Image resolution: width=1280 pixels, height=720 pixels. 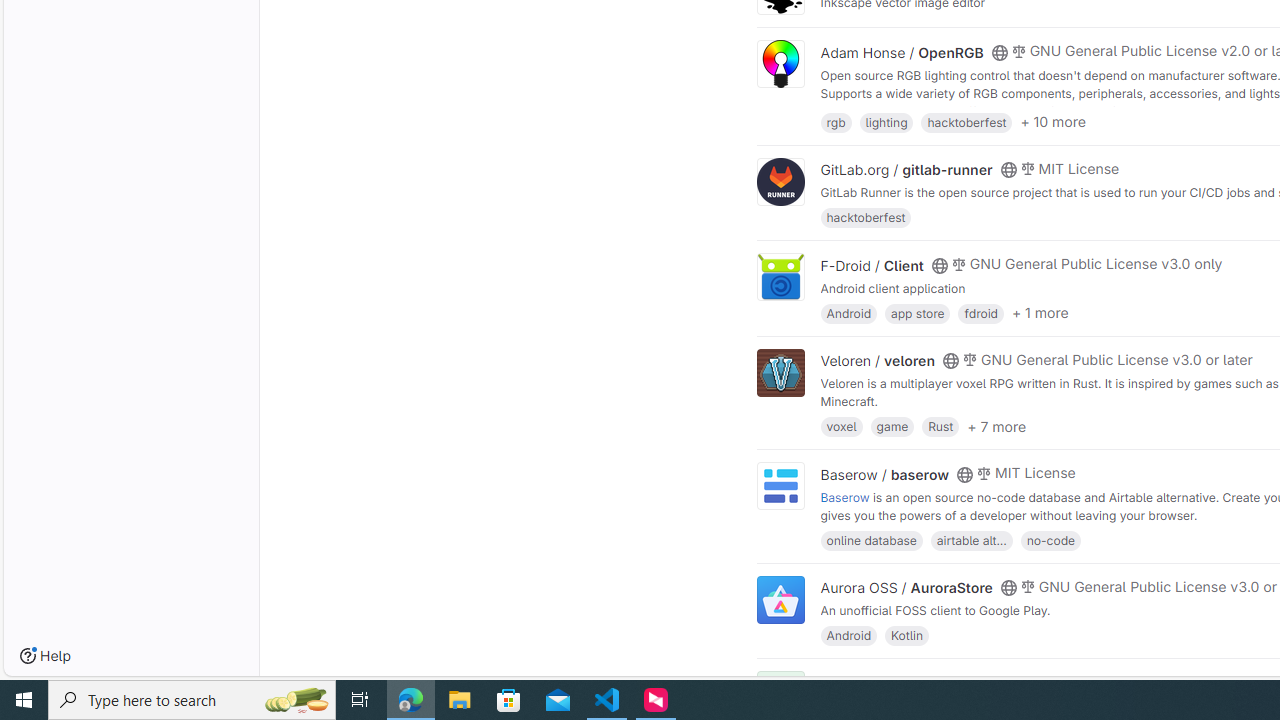 I want to click on 'no-code', so click(x=1049, y=538).